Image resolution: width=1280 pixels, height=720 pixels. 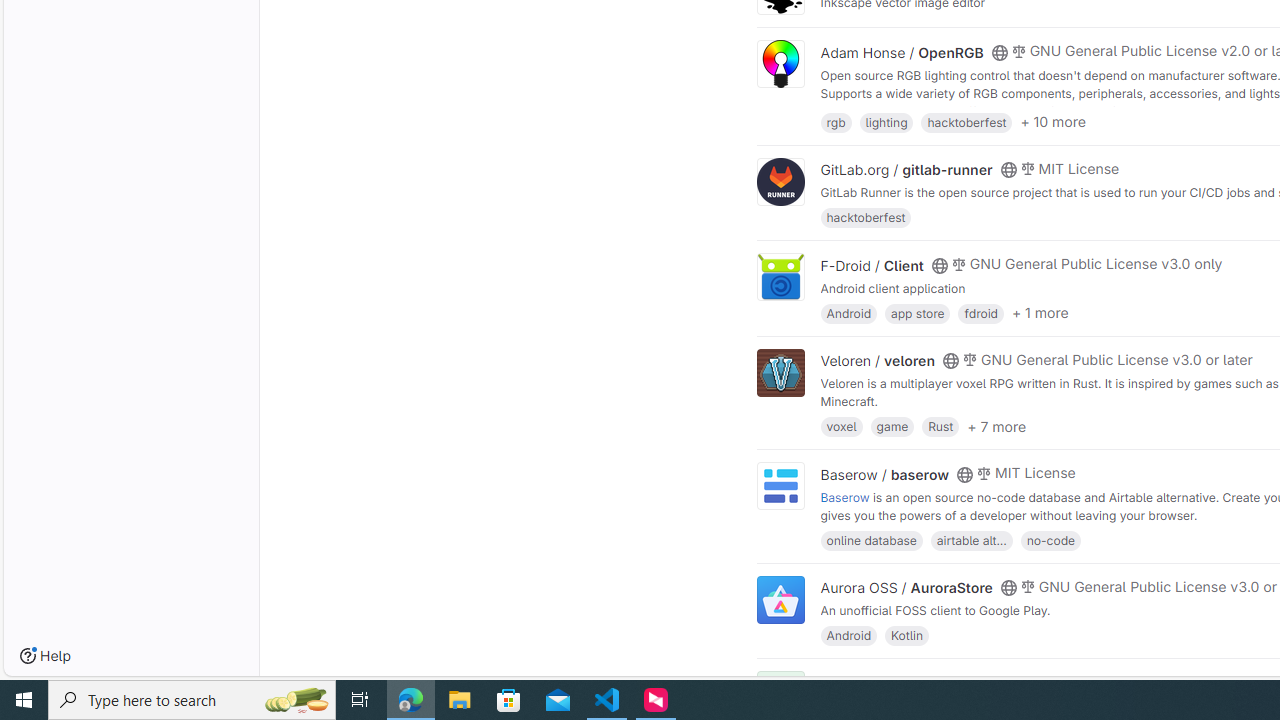 I want to click on 'no-code', so click(x=1049, y=538).